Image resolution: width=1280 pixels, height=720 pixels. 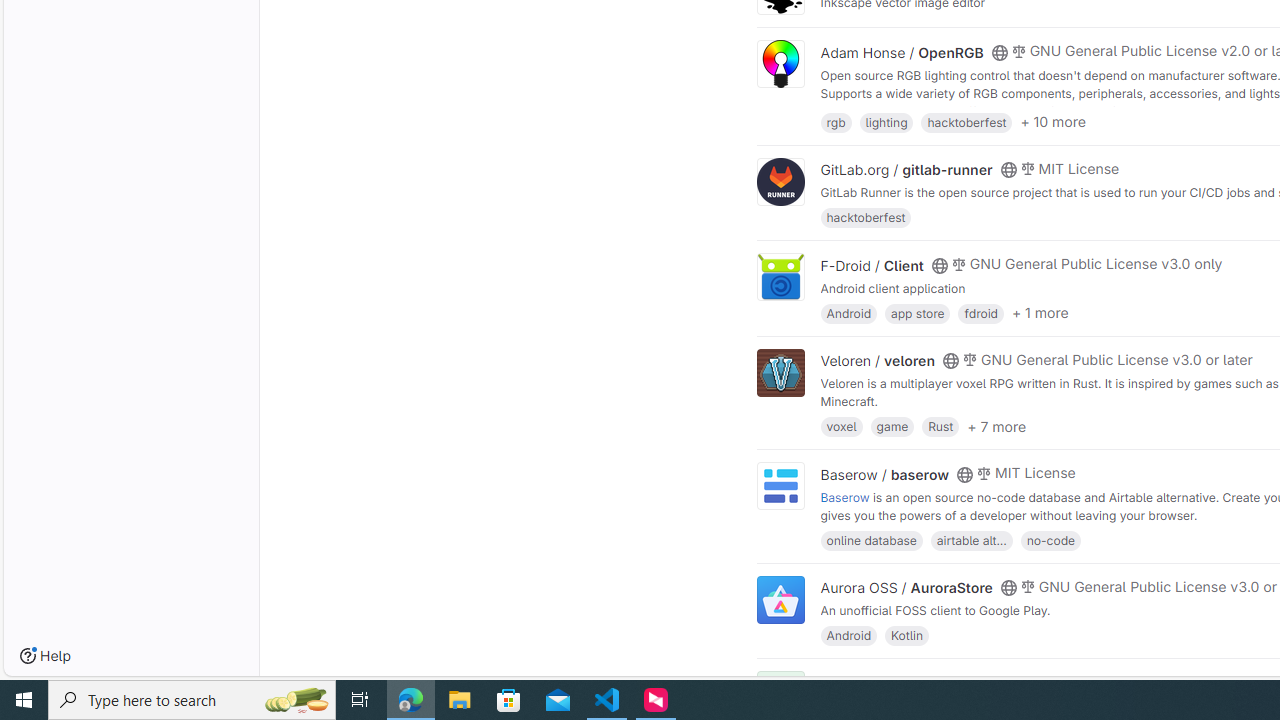 I want to click on 'no-code', so click(x=1049, y=538).